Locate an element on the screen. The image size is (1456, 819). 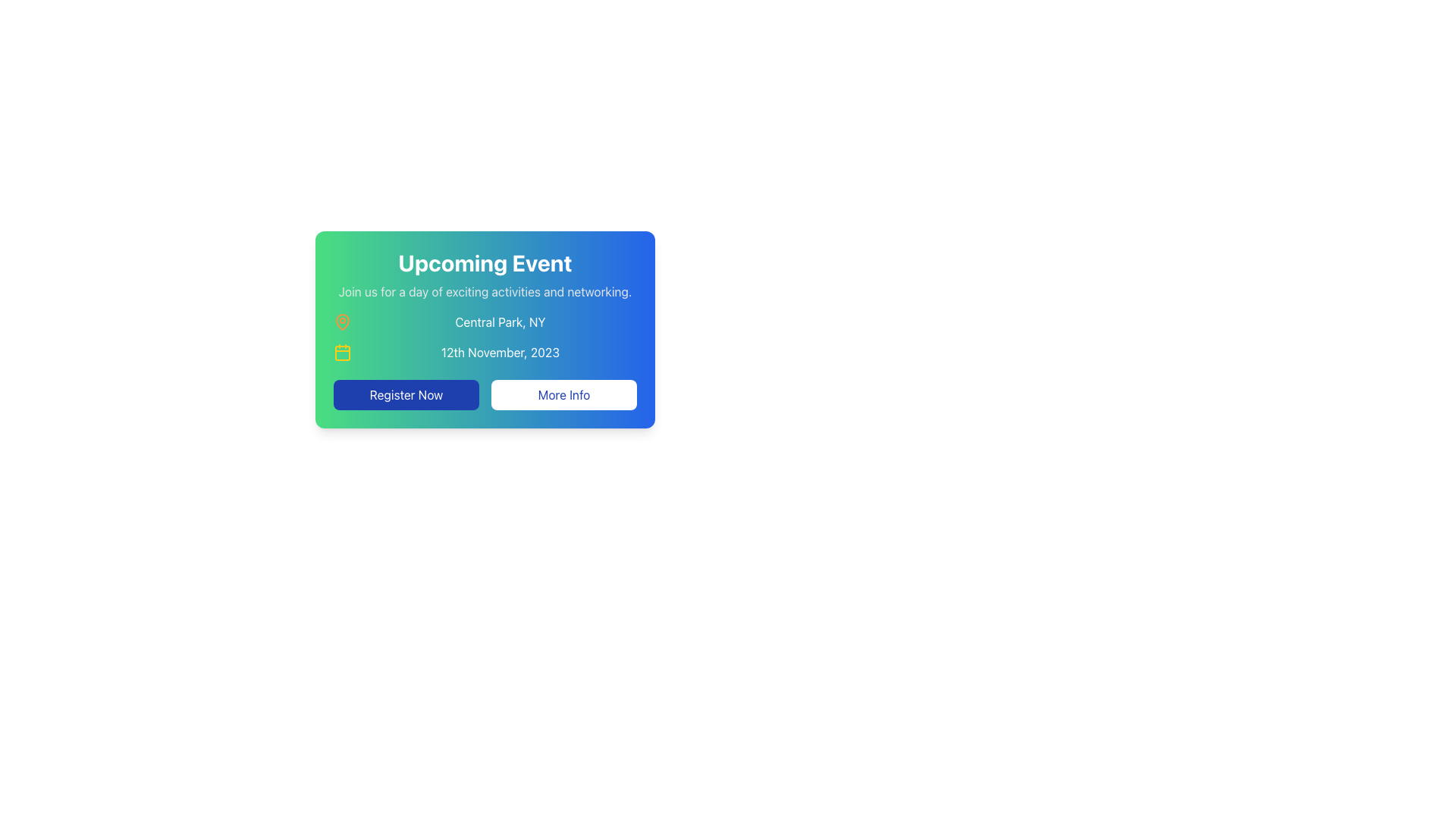
the 'Register Now' button, a vibrant blue button with white bold text is located at coordinates (406, 394).